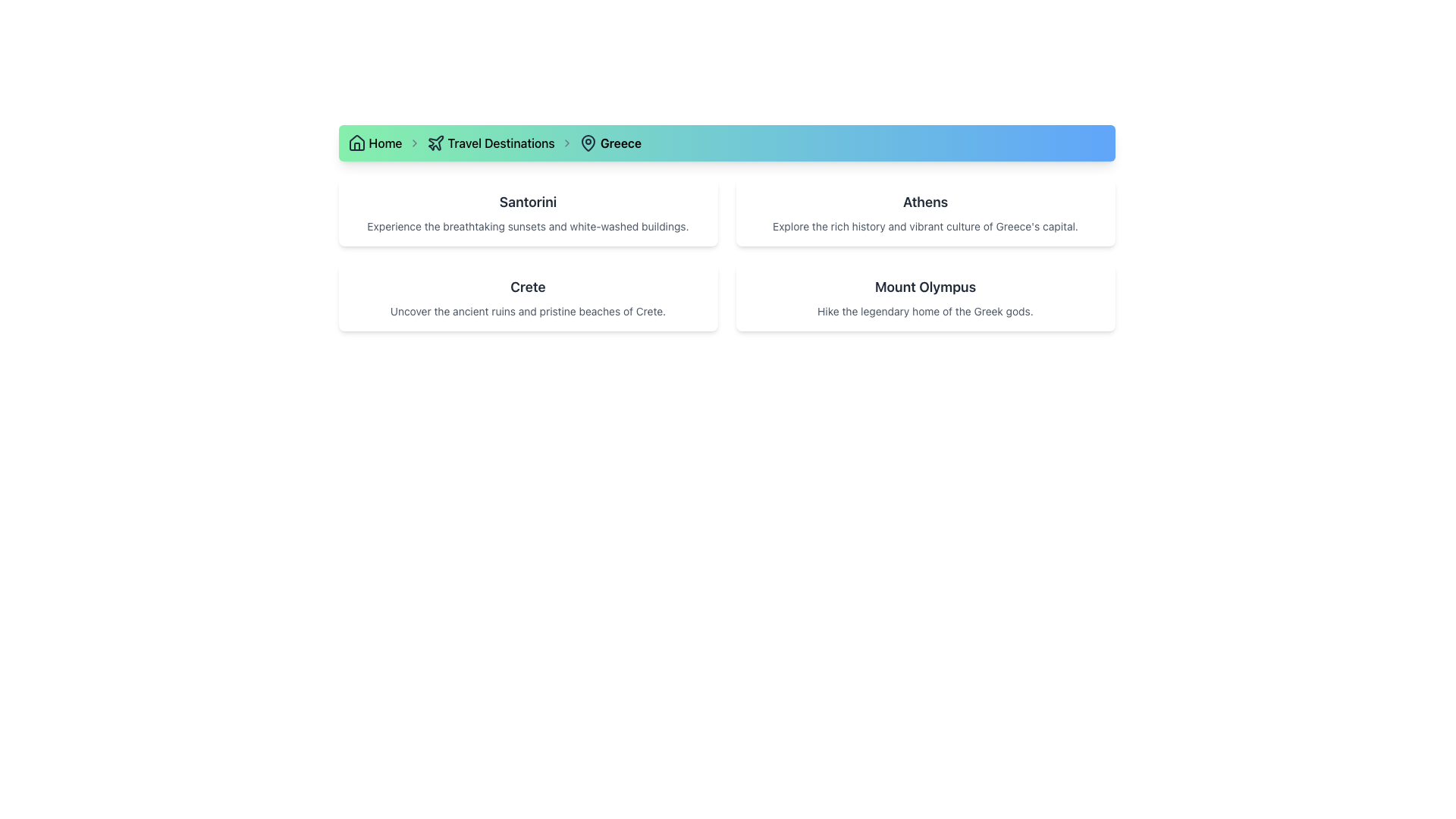 The height and width of the screenshot is (819, 1456). Describe the element at coordinates (501, 143) in the screenshot. I see `the 'Travel Destinations' text label, which serves as a navigation breadcrumb indicating the current section within the app's structure` at that location.